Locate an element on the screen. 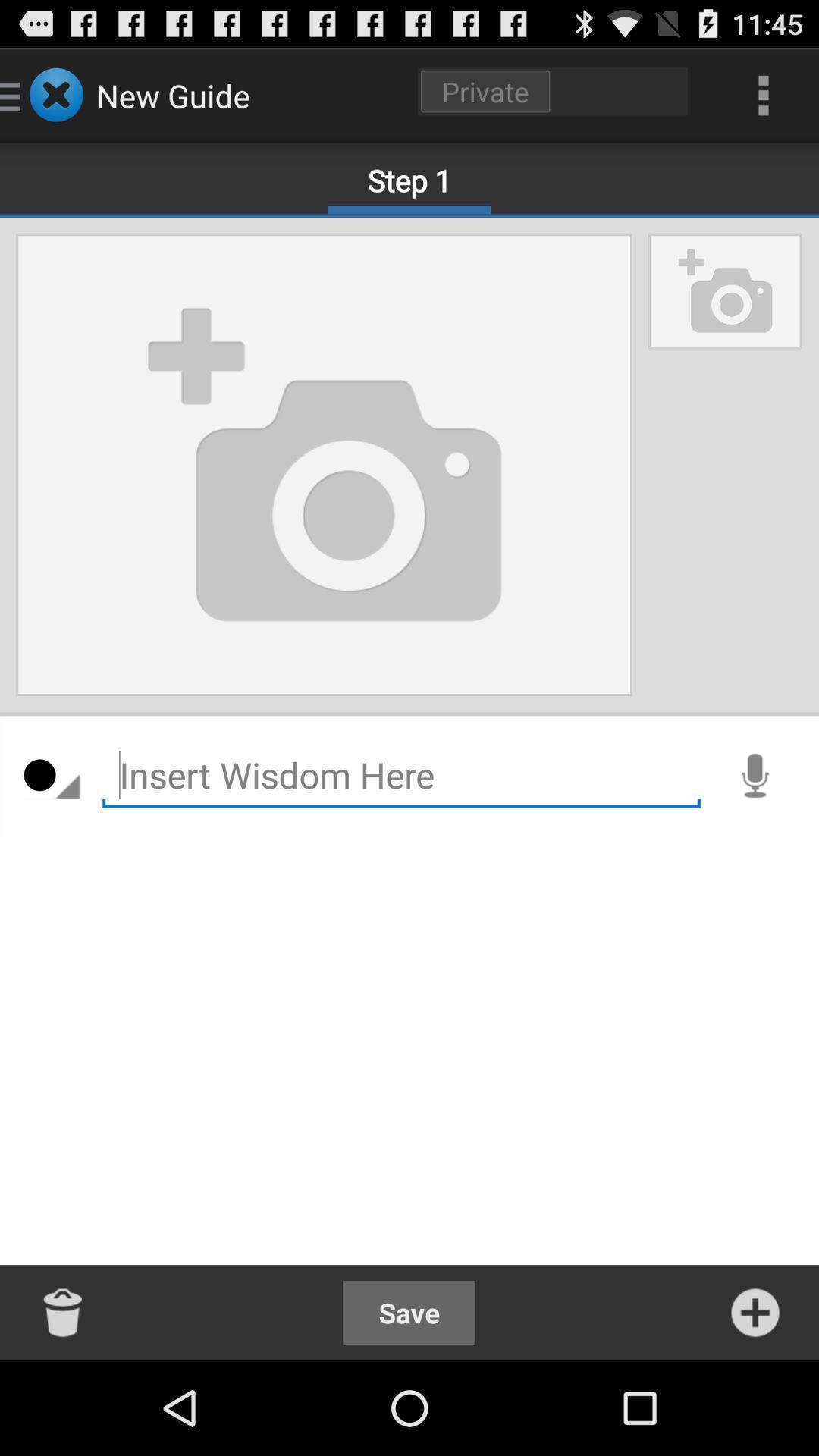 The image size is (819, 1456). click on private is located at coordinates (553, 90).